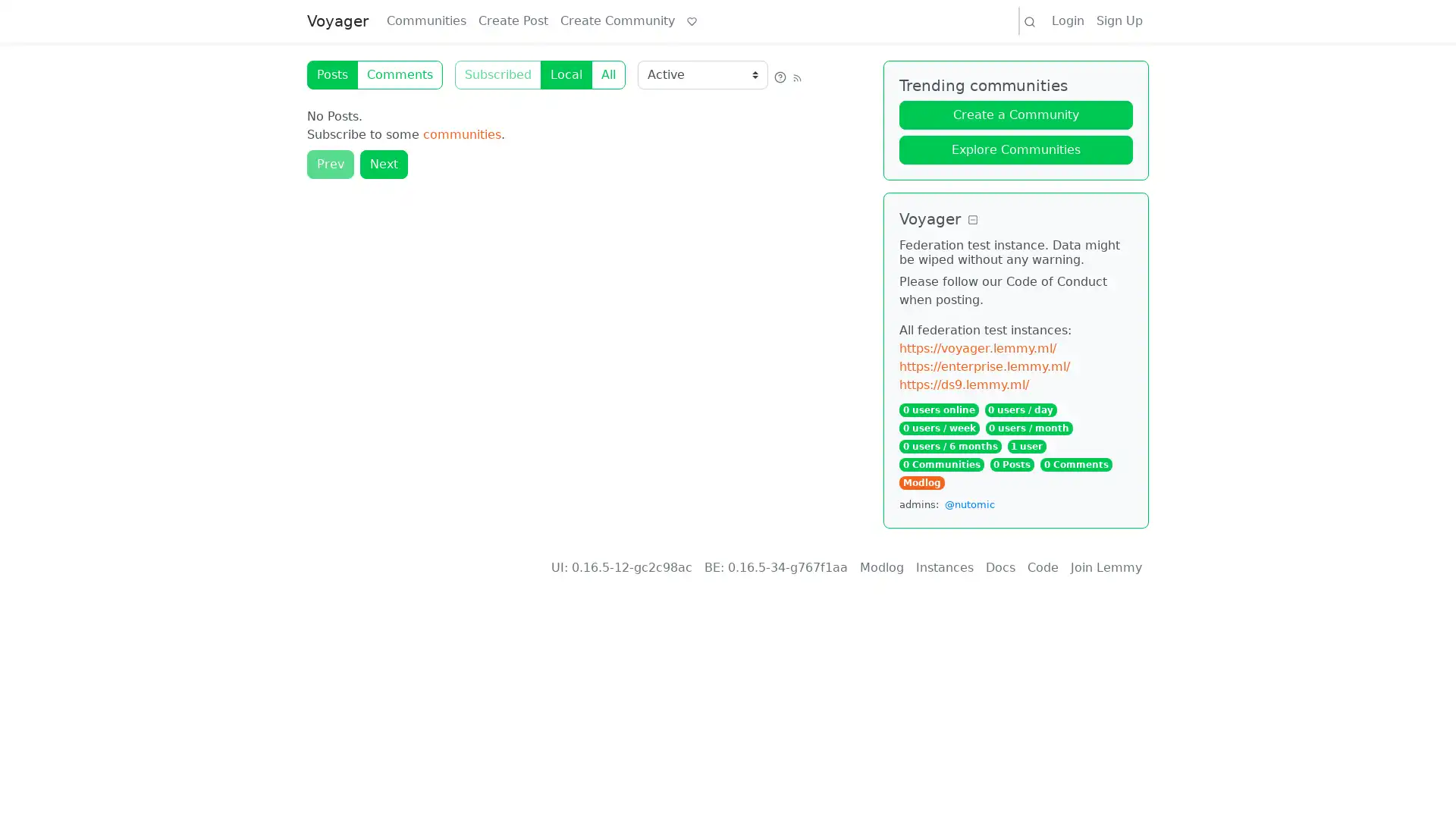  What do you see at coordinates (384, 164) in the screenshot?
I see `Next` at bounding box center [384, 164].